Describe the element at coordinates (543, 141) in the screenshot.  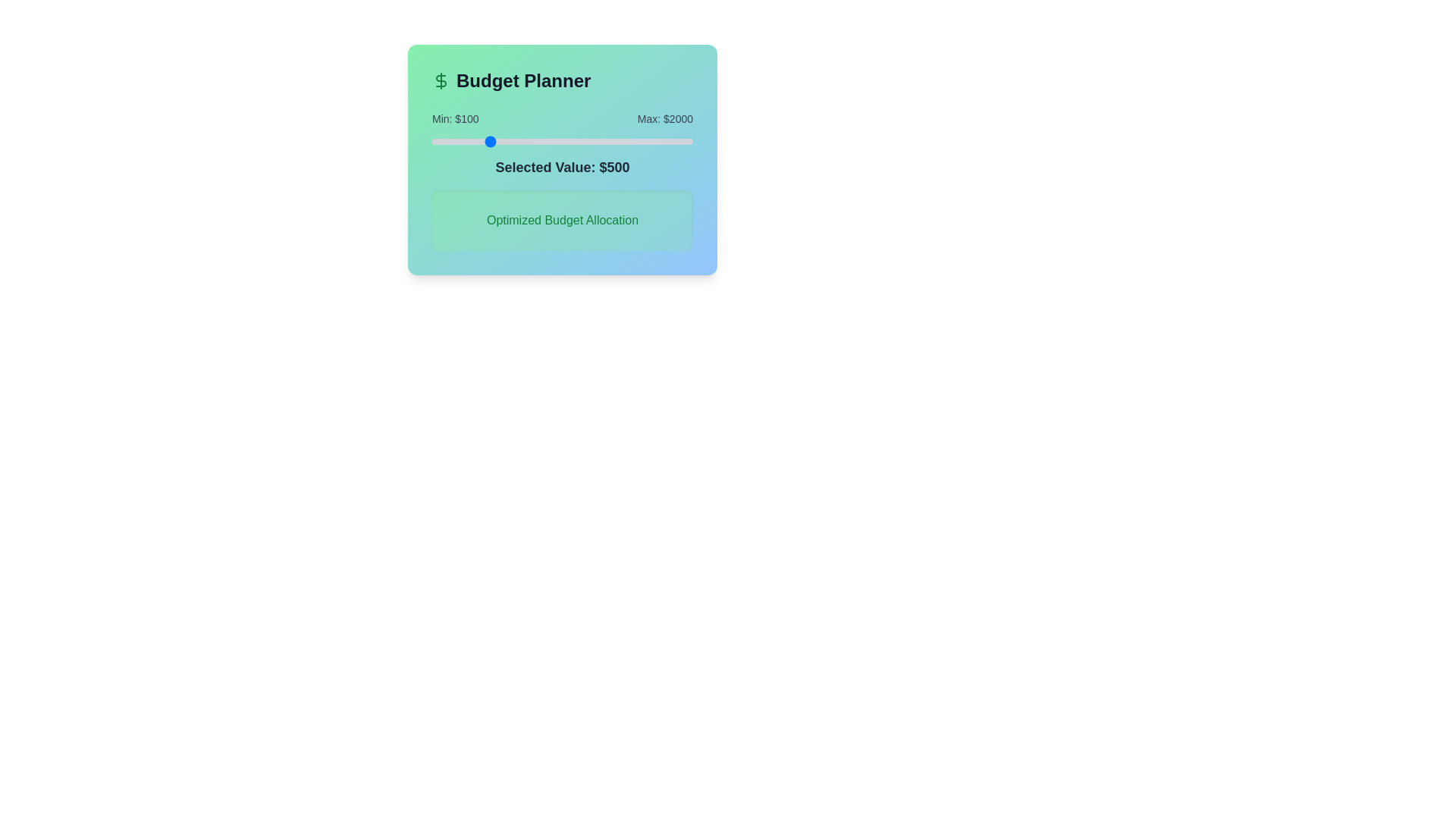
I see `the slider to the desired value 909` at that location.